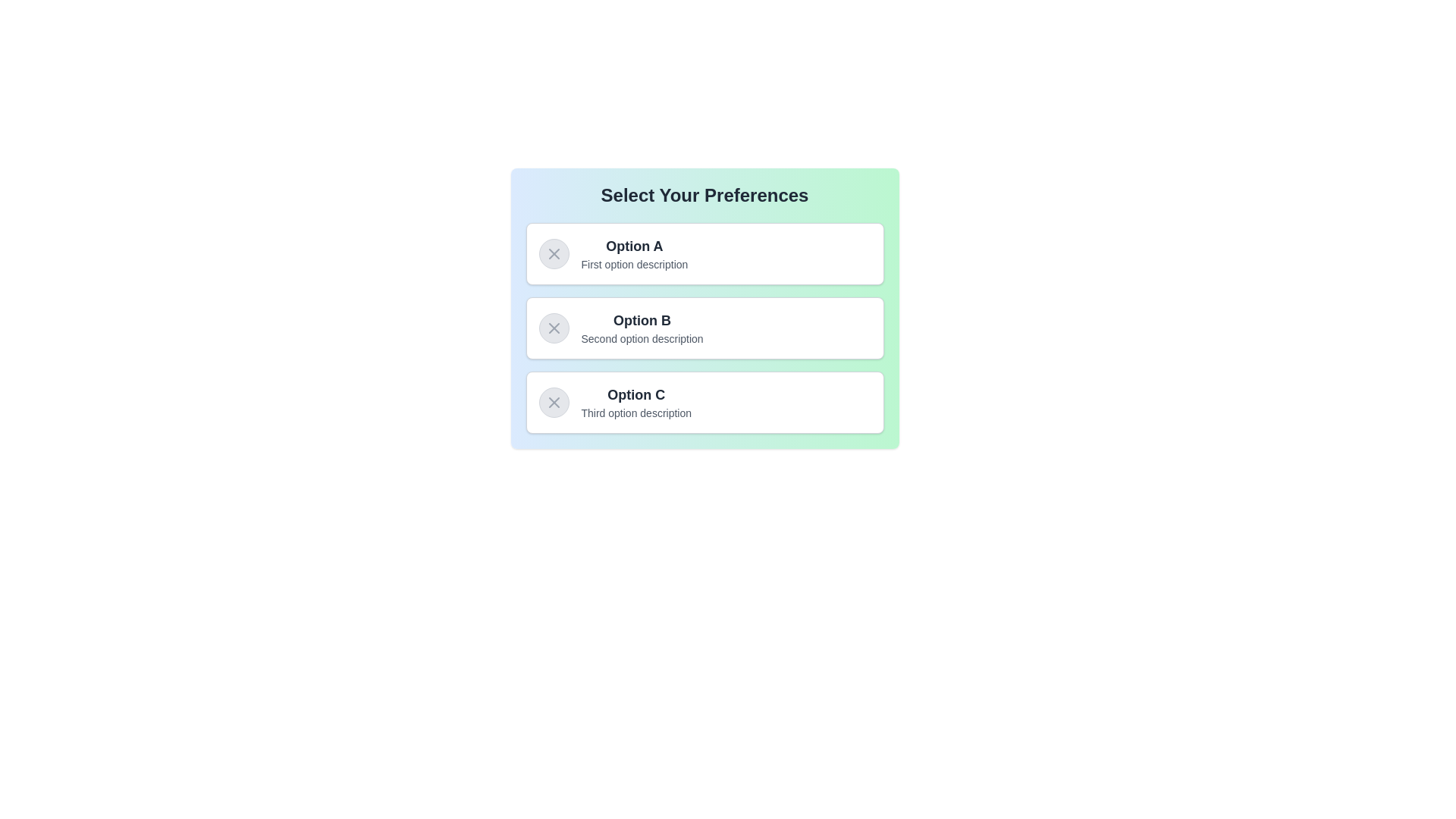 Image resolution: width=1456 pixels, height=819 pixels. I want to click on the Text label providing additional details for the 'Option C' selection, which is positioned directly beneath the heading 'Option C' in the third box of a vertically stacked group of options, so click(636, 413).